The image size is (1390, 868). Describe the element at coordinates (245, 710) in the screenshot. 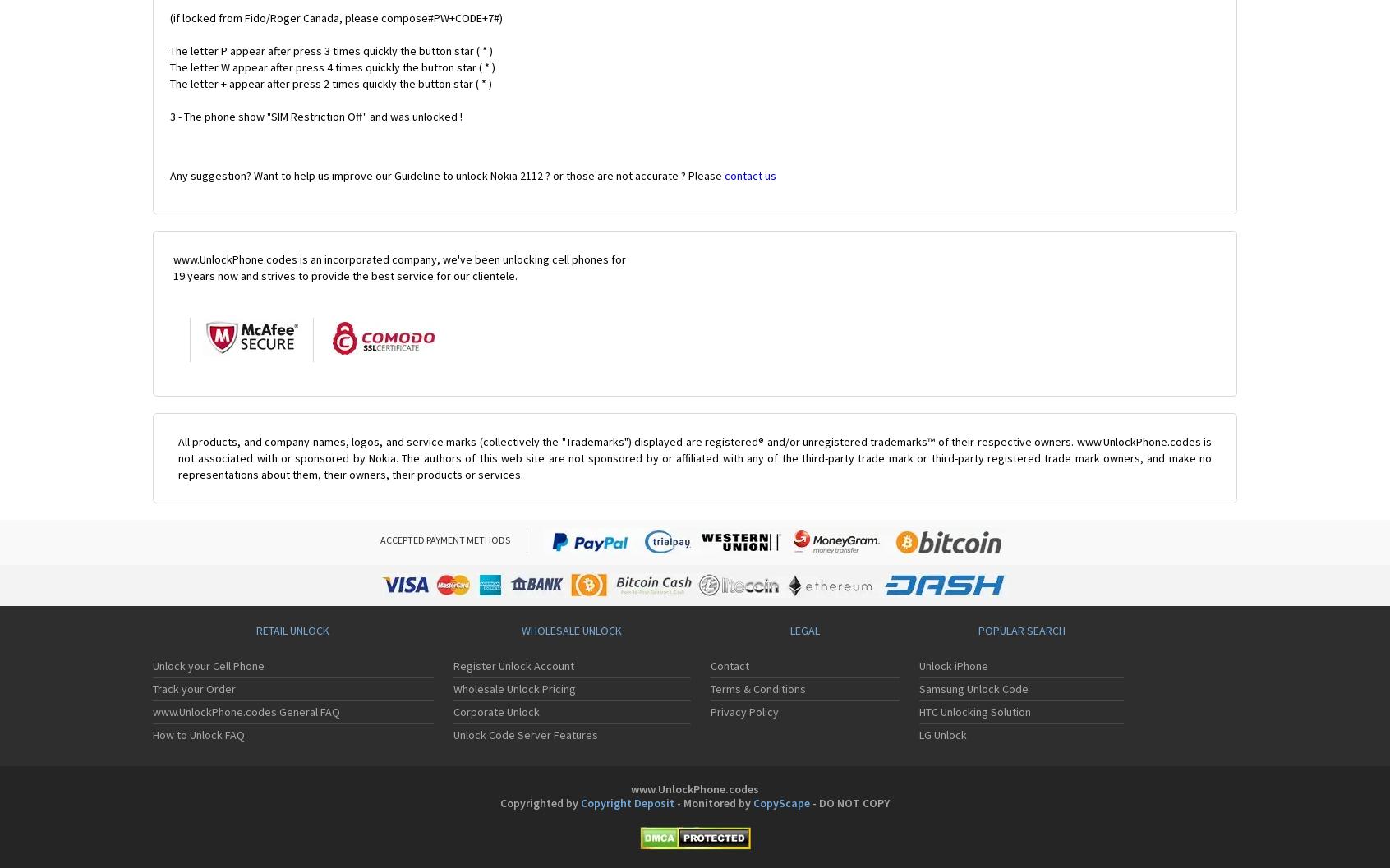

I see `'www.UnlockPhone.codes General FAQ'` at that location.